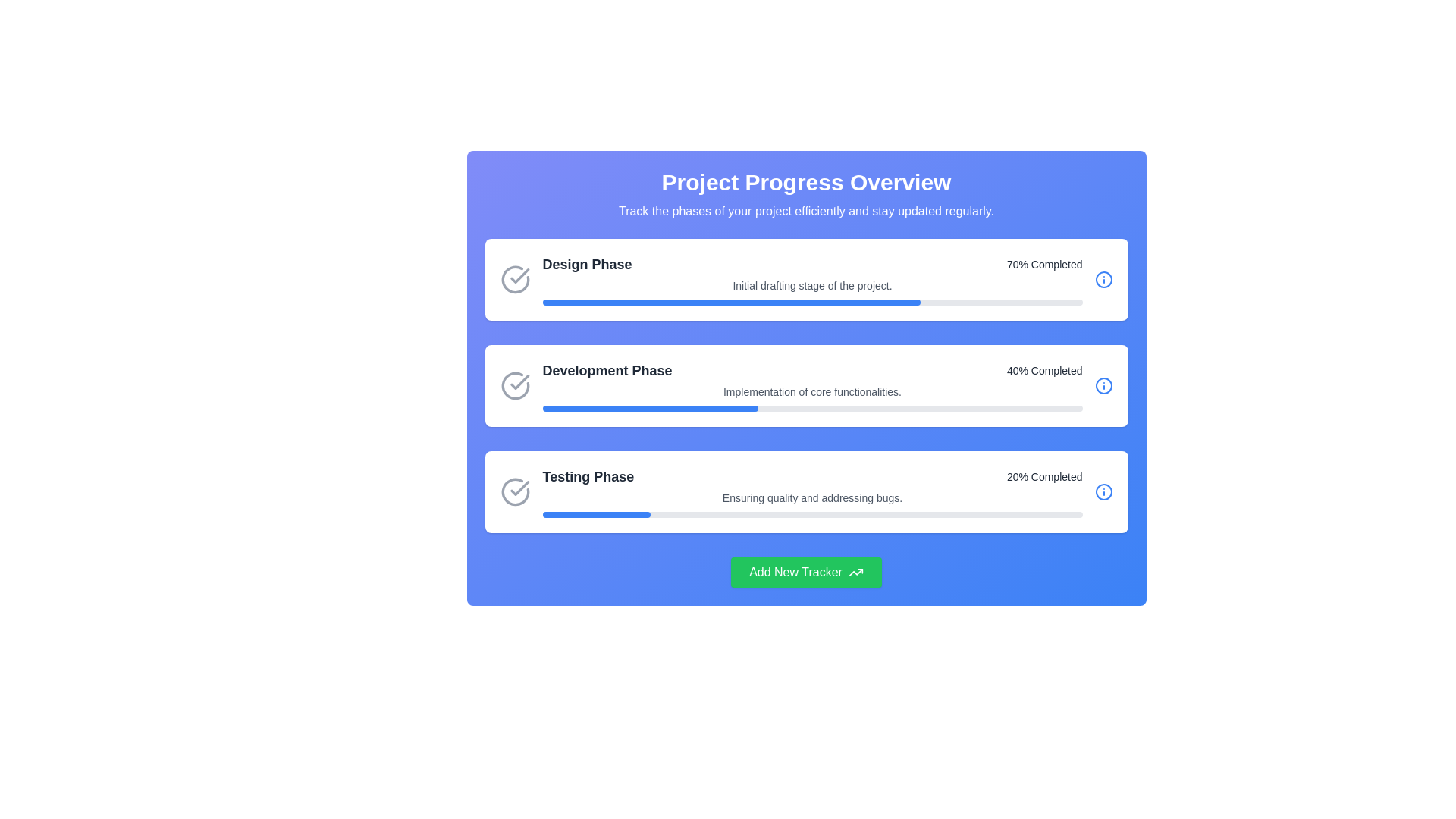 This screenshot has width=1456, height=819. What do you see at coordinates (805, 573) in the screenshot?
I see `the green 'Add New Tracker' button with a rightward-pointing arrow icon to observe any hover effects` at bounding box center [805, 573].